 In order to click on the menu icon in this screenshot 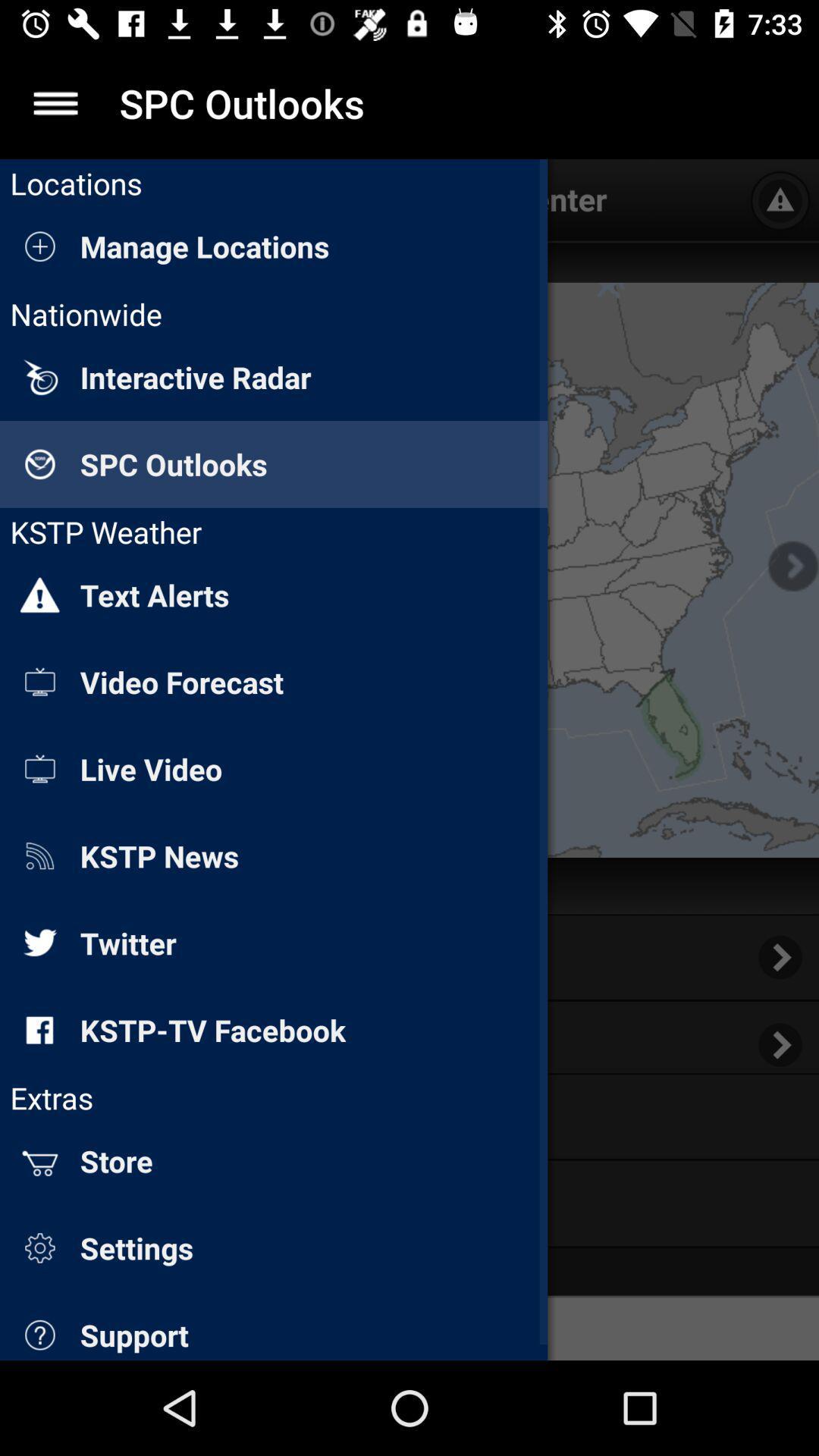, I will do `click(55, 102)`.